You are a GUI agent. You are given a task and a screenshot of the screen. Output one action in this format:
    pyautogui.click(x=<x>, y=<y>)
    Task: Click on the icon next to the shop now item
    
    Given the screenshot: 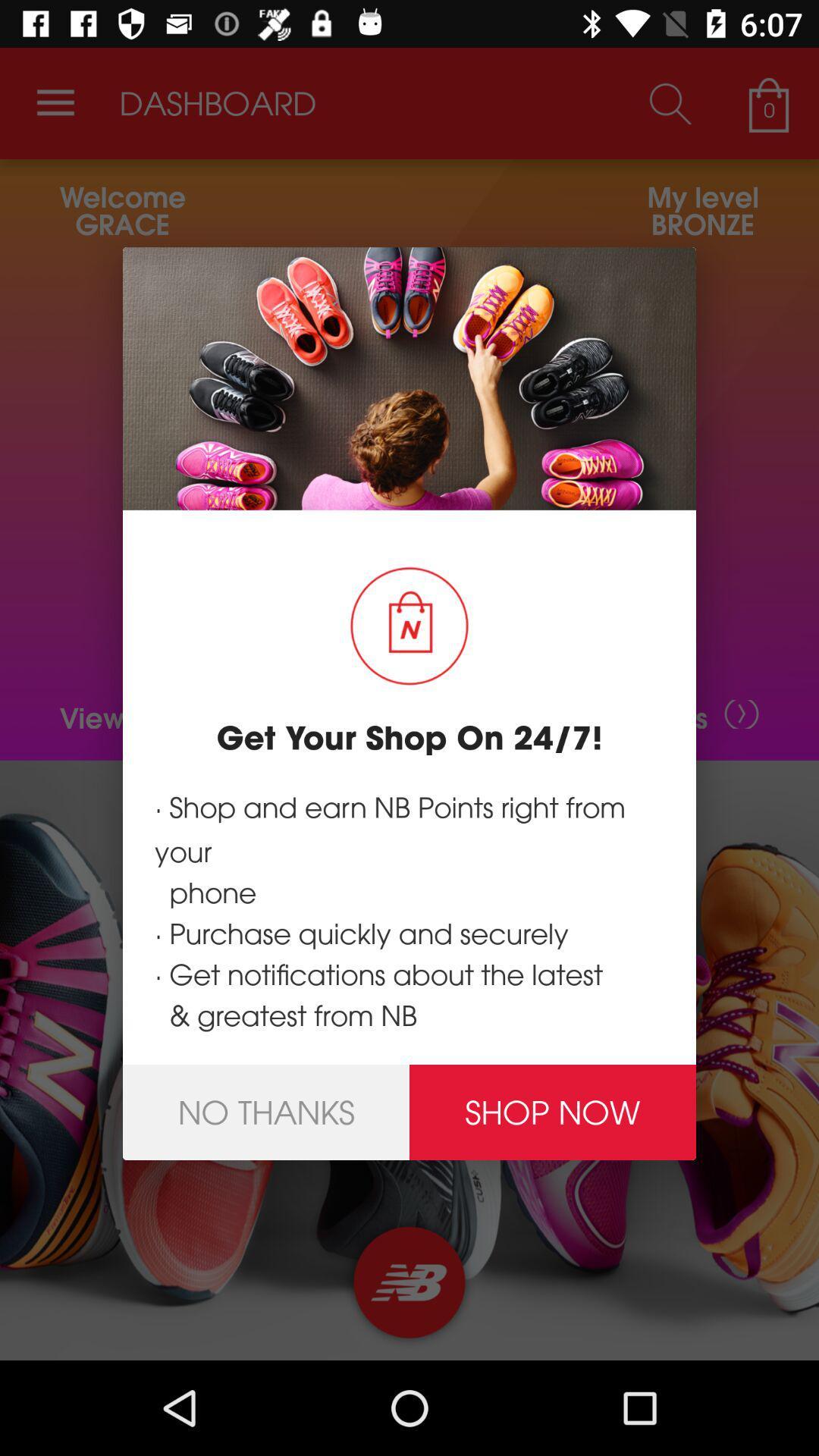 What is the action you would take?
    pyautogui.click(x=265, y=1112)
    